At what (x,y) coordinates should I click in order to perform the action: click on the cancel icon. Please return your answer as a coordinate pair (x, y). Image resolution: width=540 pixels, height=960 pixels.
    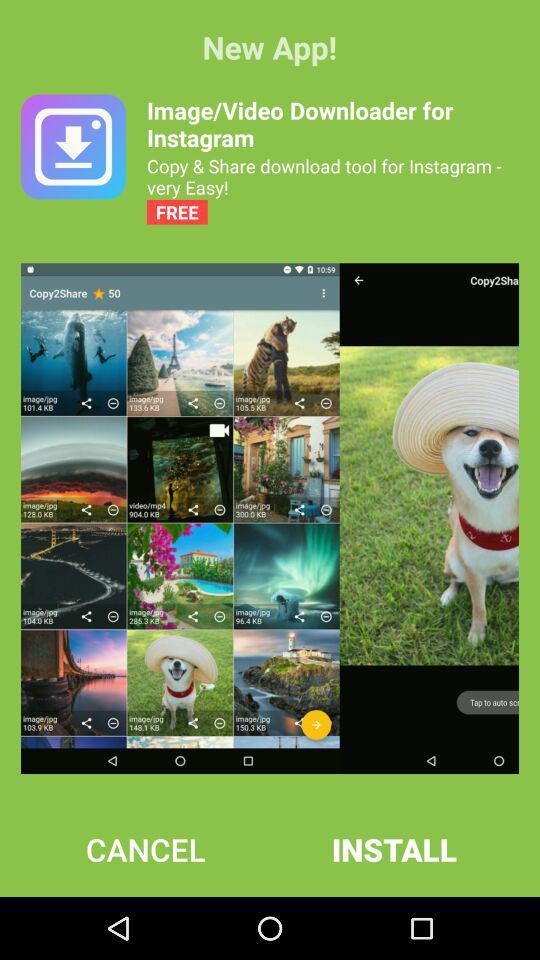
    Looking at the image, I should click on (144, 848).